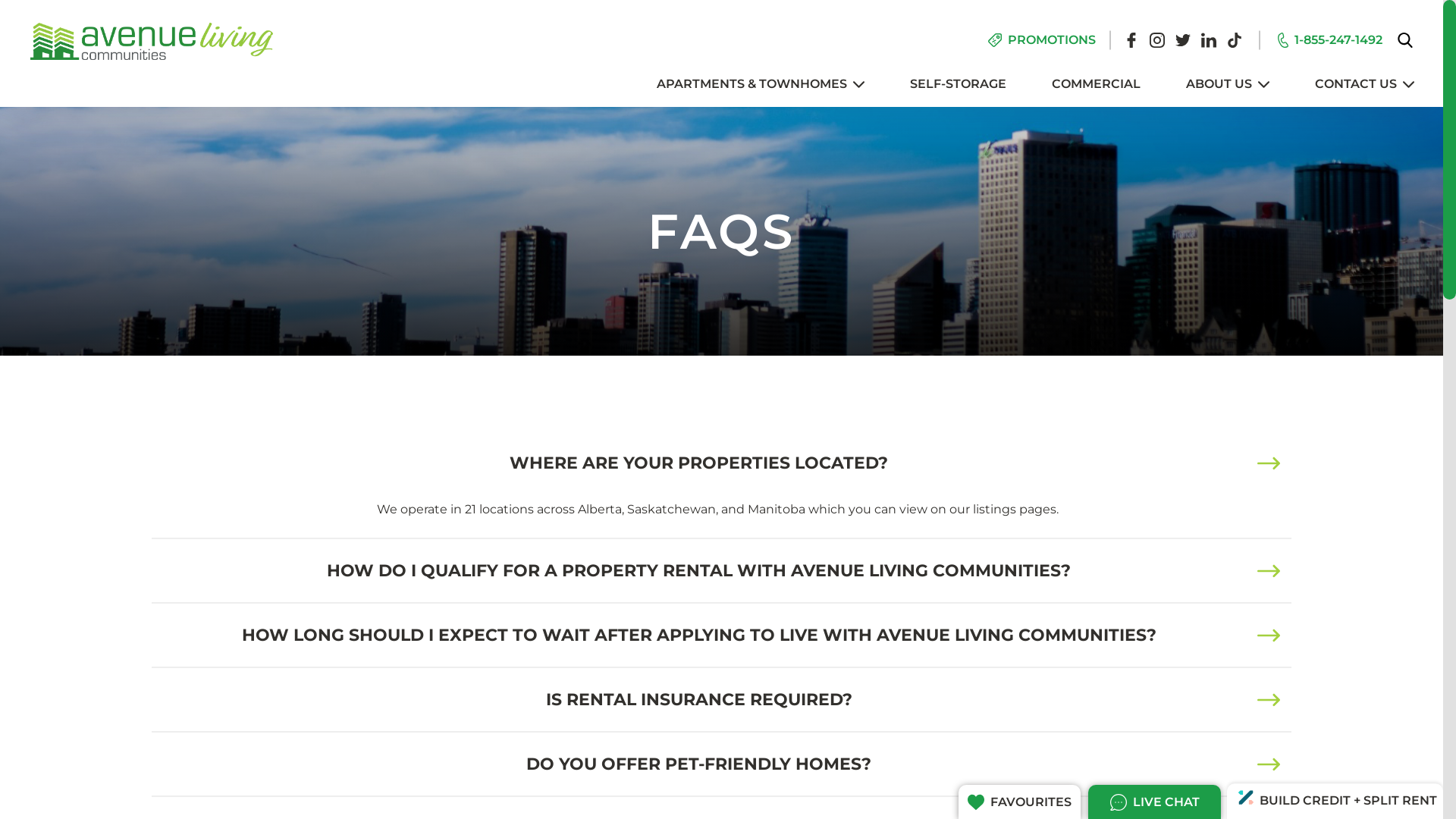 The height and width of the screenshot is (819, 1456). Describe the element at coordinates (1096, 84) in the screenshot. I see `'COMMERCIAL'` at that location.